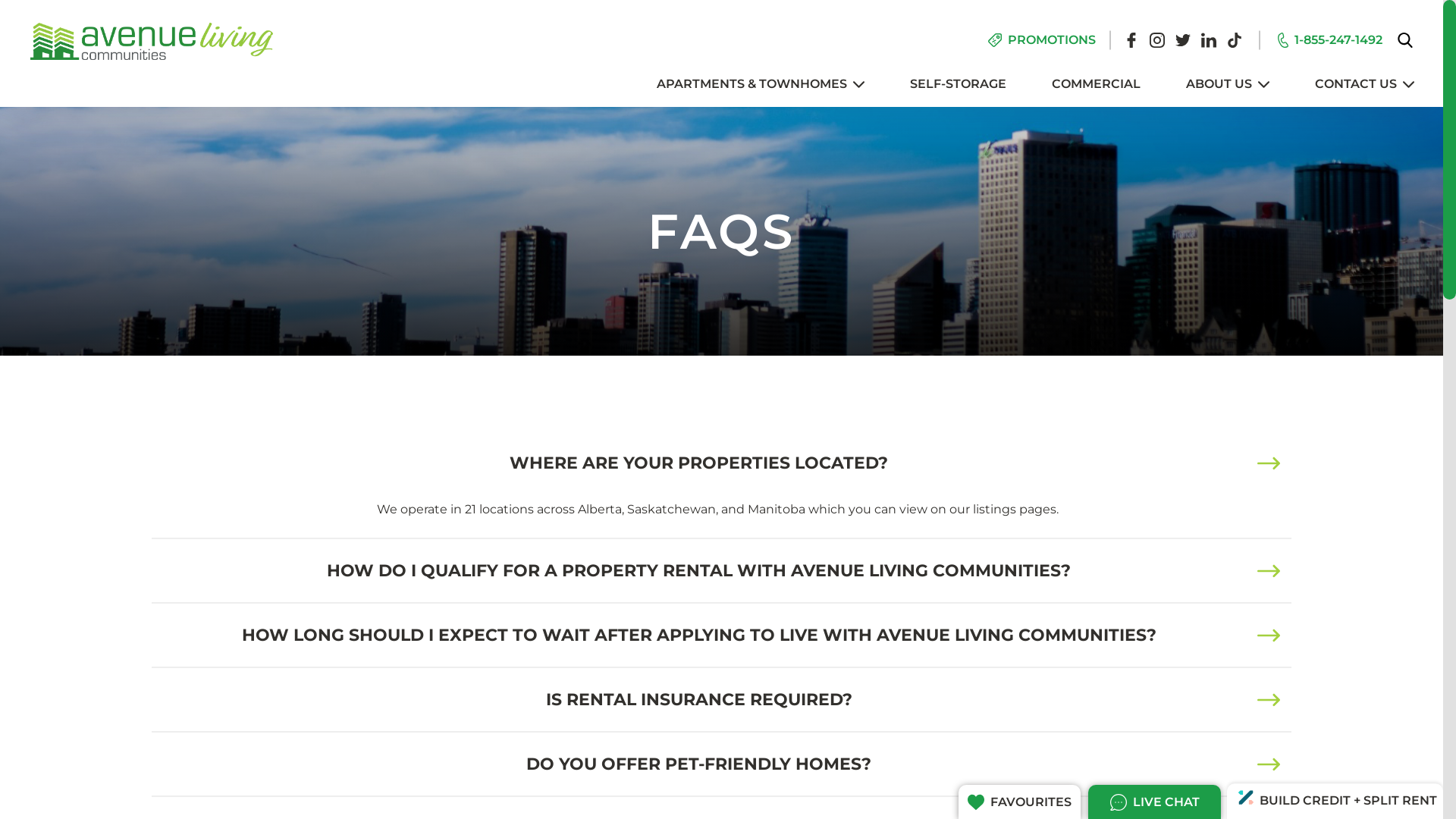 The height and width of the screenshot is (819, 1456). Describe the element at coordinates (1096, 84) in the screenshot. I see `'COMMERCIAL'` at that location.